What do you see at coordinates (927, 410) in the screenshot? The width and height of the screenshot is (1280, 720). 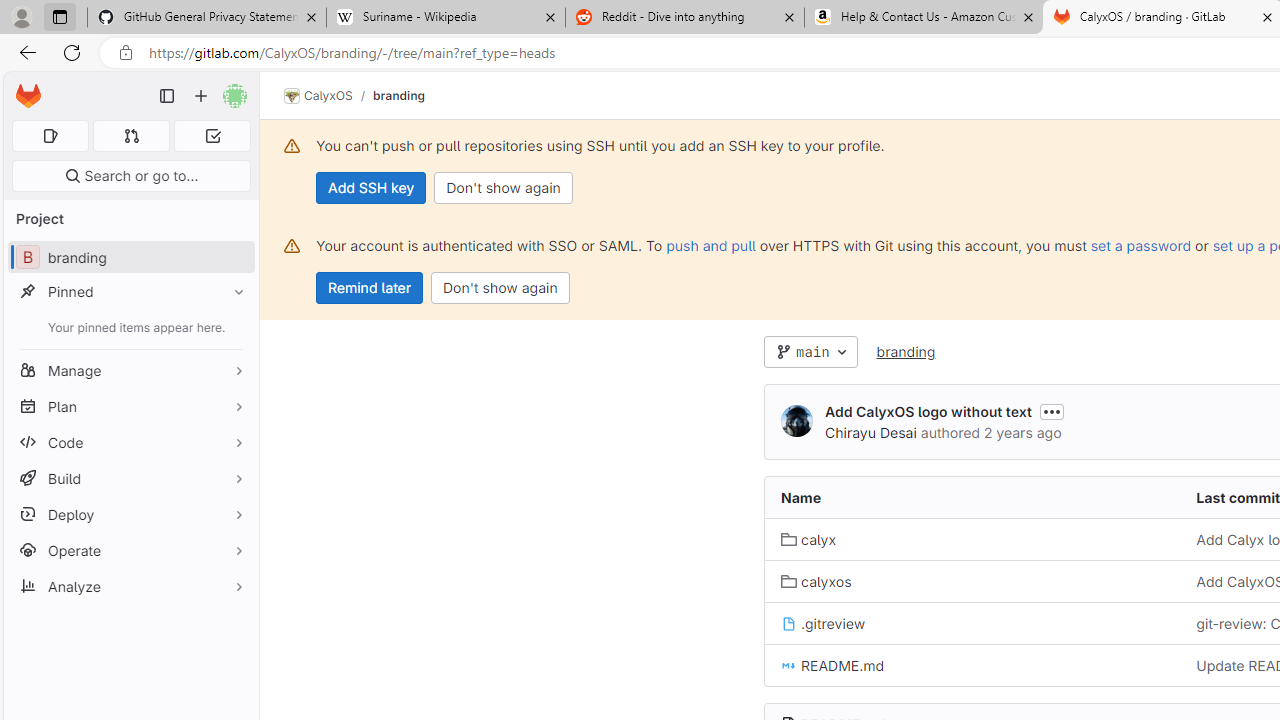 I see `'Add CalyxOS logo without text'` at bounding box center [927, 410].